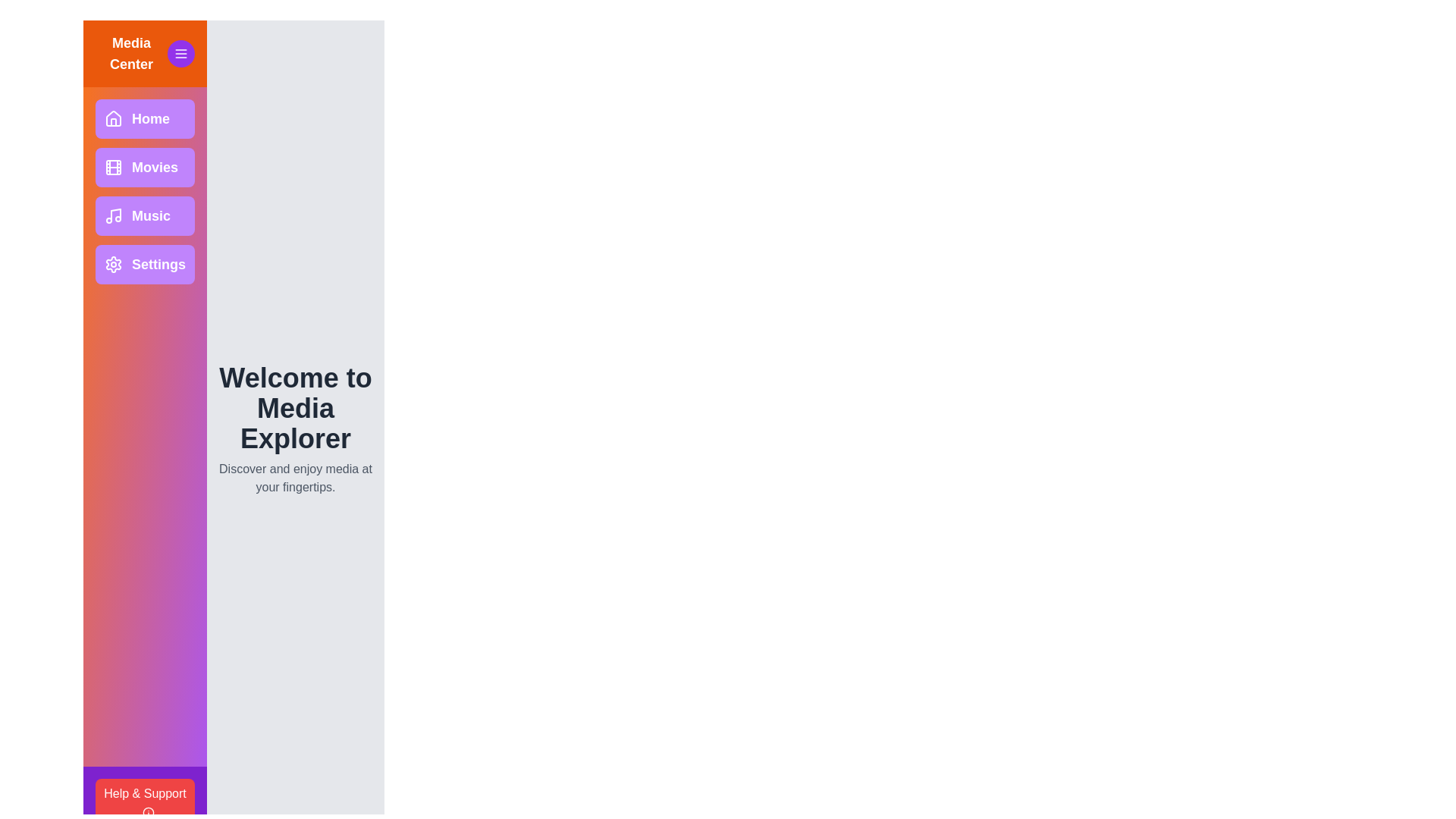 The height and width of the screenshot is (819, 1456). Describe the element at coordinates (145, 118) in the screenshot. I see `the Home button to navigate to the corresponding section` at that location.